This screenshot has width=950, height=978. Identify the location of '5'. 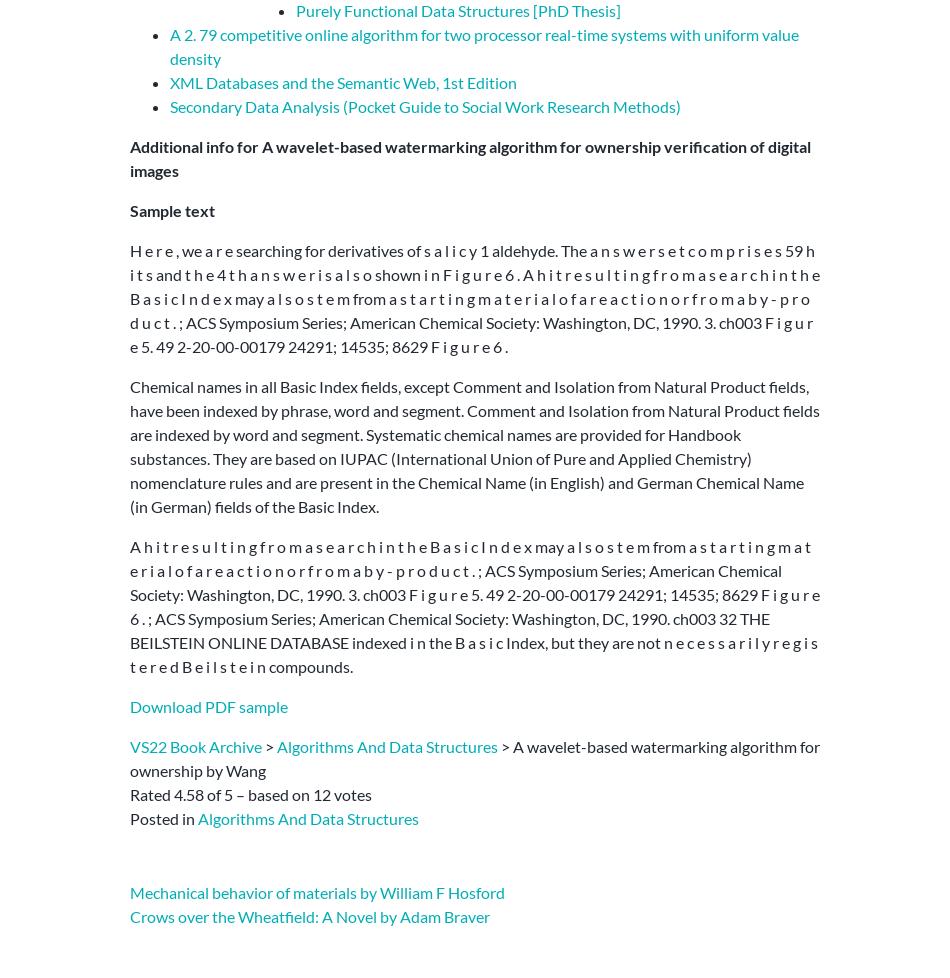
(228, 792).